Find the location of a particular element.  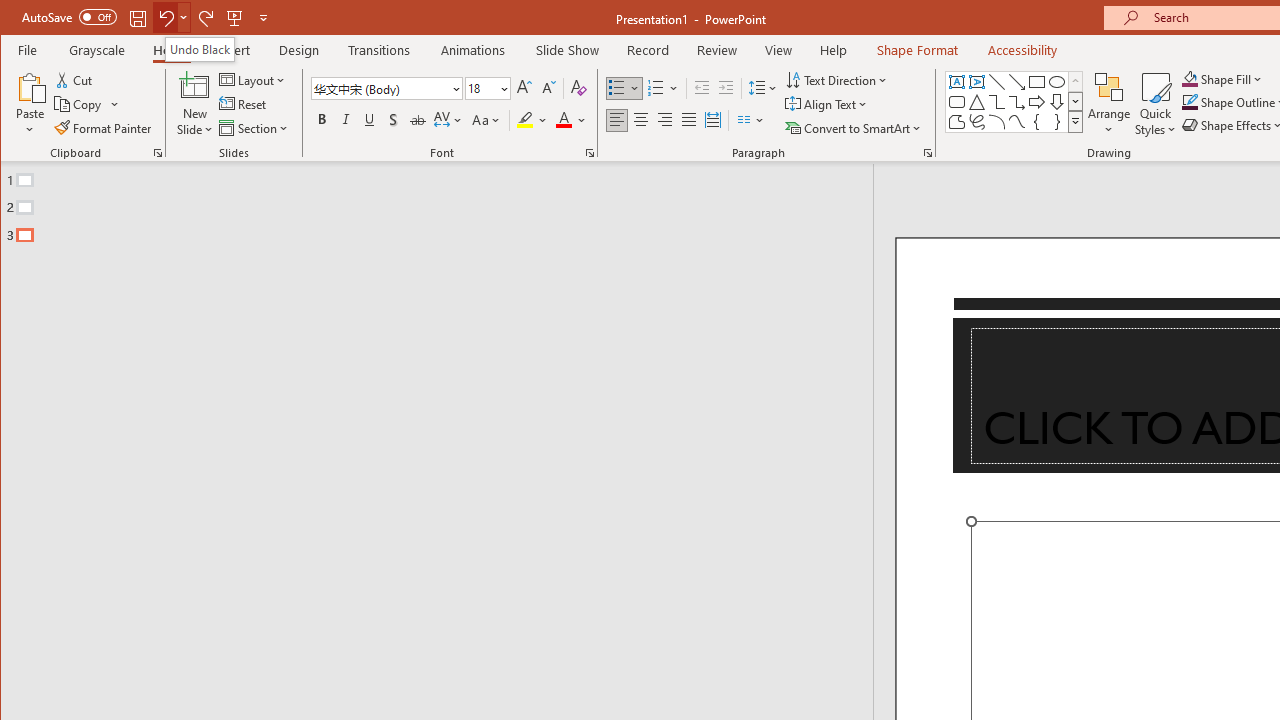

'Arrow: Right' is located at coordinates (1036, 102).